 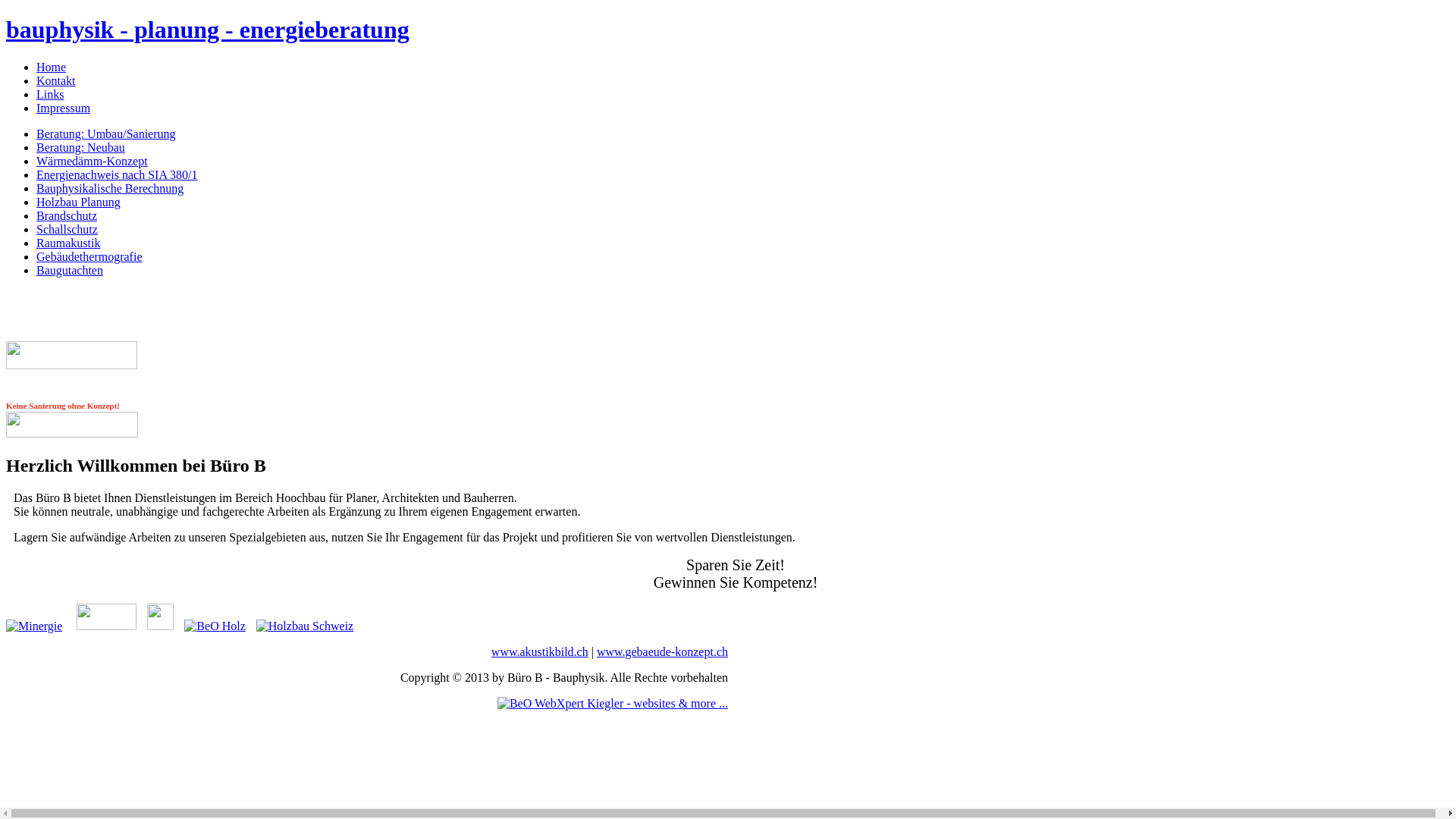 What do you see at coordinates (301, 626) in the screenshot?
I see `'Holzbau Schweiz'` at bounding box center [301, 626].